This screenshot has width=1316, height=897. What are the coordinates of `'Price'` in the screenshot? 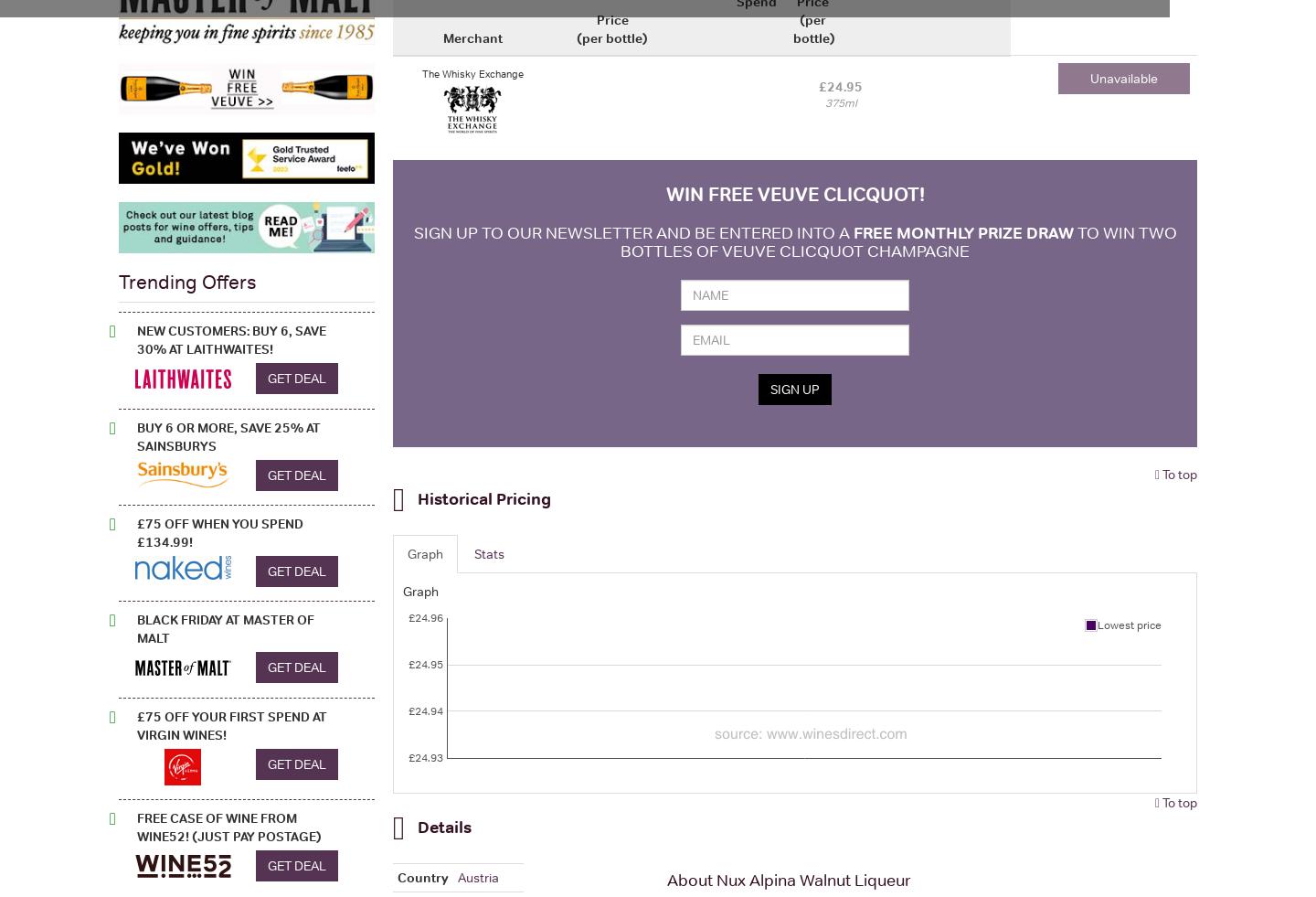 It's located at (611, 17).